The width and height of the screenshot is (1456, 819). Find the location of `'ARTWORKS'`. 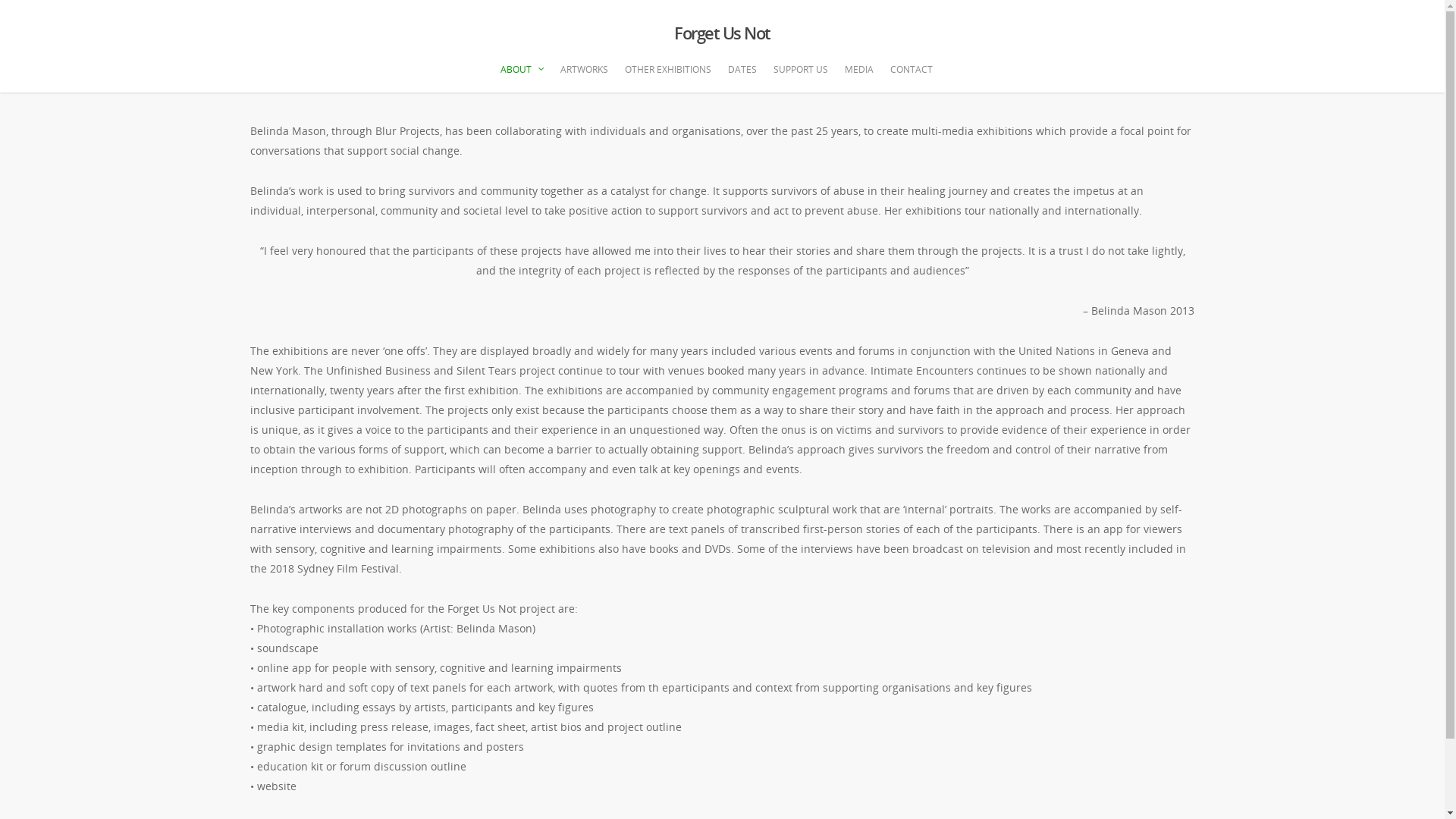

'ARTWORKS' is located at coordinates (583, 77).